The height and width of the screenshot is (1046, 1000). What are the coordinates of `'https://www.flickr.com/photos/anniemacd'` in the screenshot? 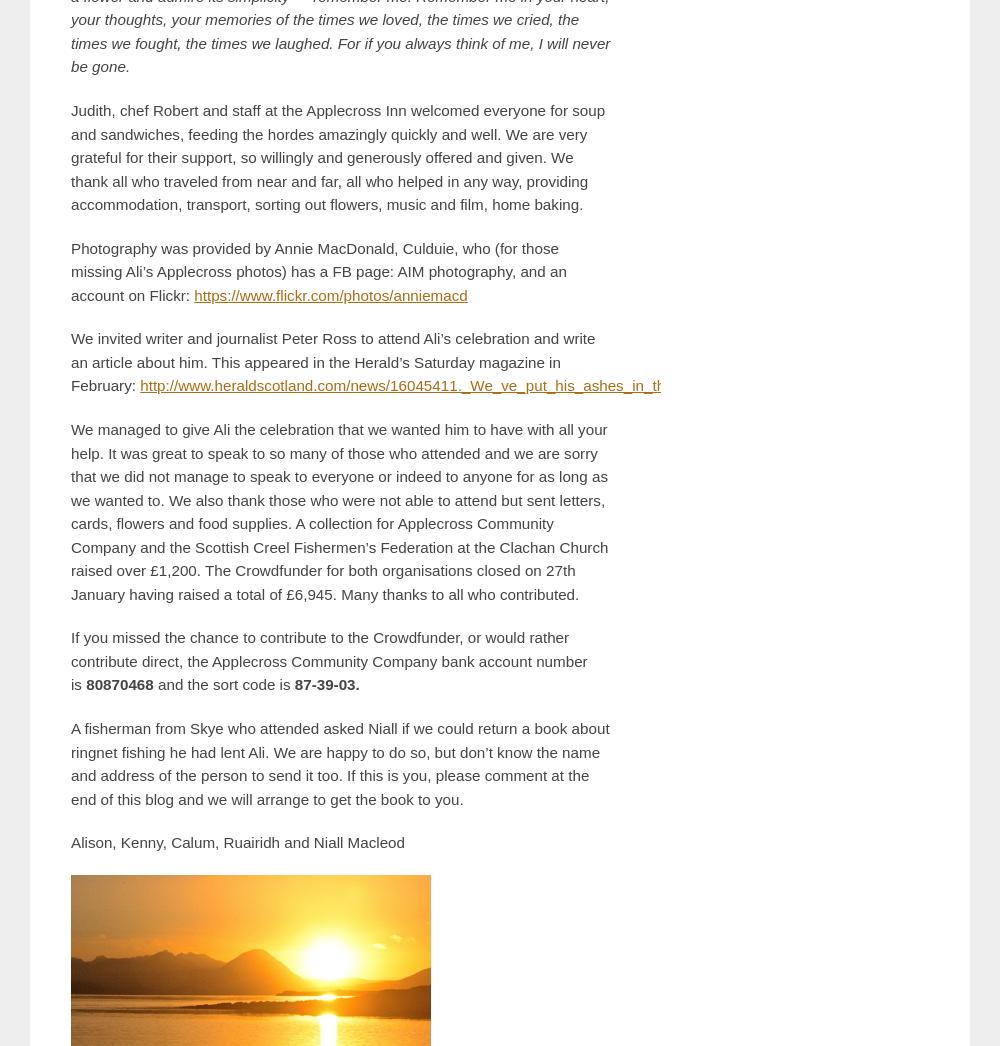 It's located at (329, 294).